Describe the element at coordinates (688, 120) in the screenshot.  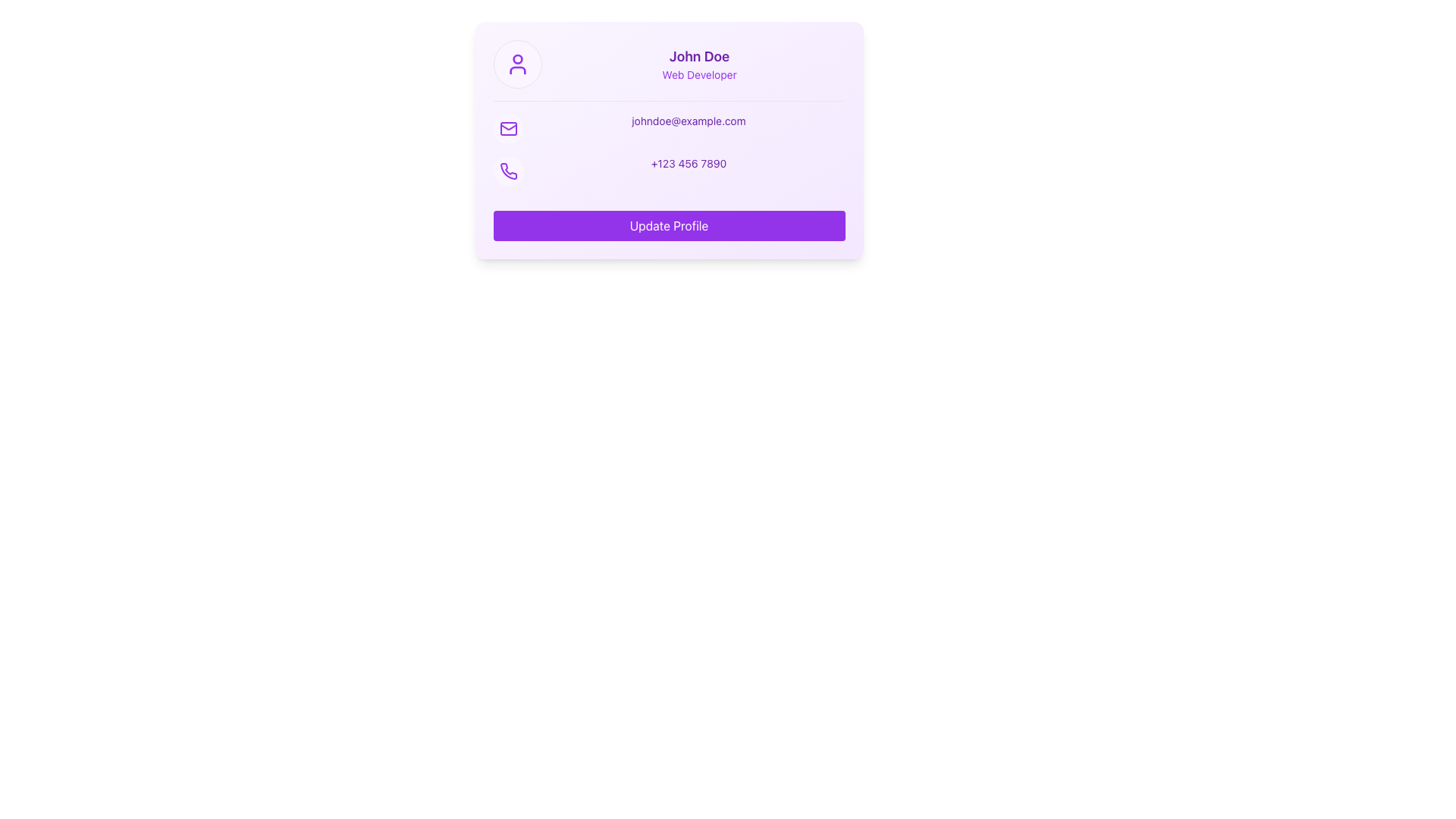
I see `the static email address display text label located in the middle of the card component, below the username and title text` at that location.